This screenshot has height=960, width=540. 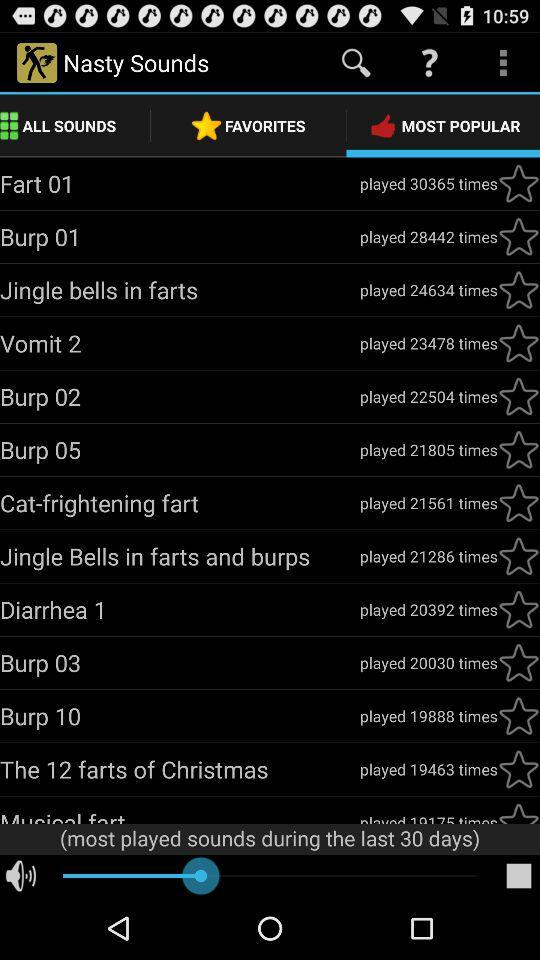 What do you see at coordinates (518, 768) in the screenshot?
I see `this sound to your favorites` at bounding box center [518, 768].